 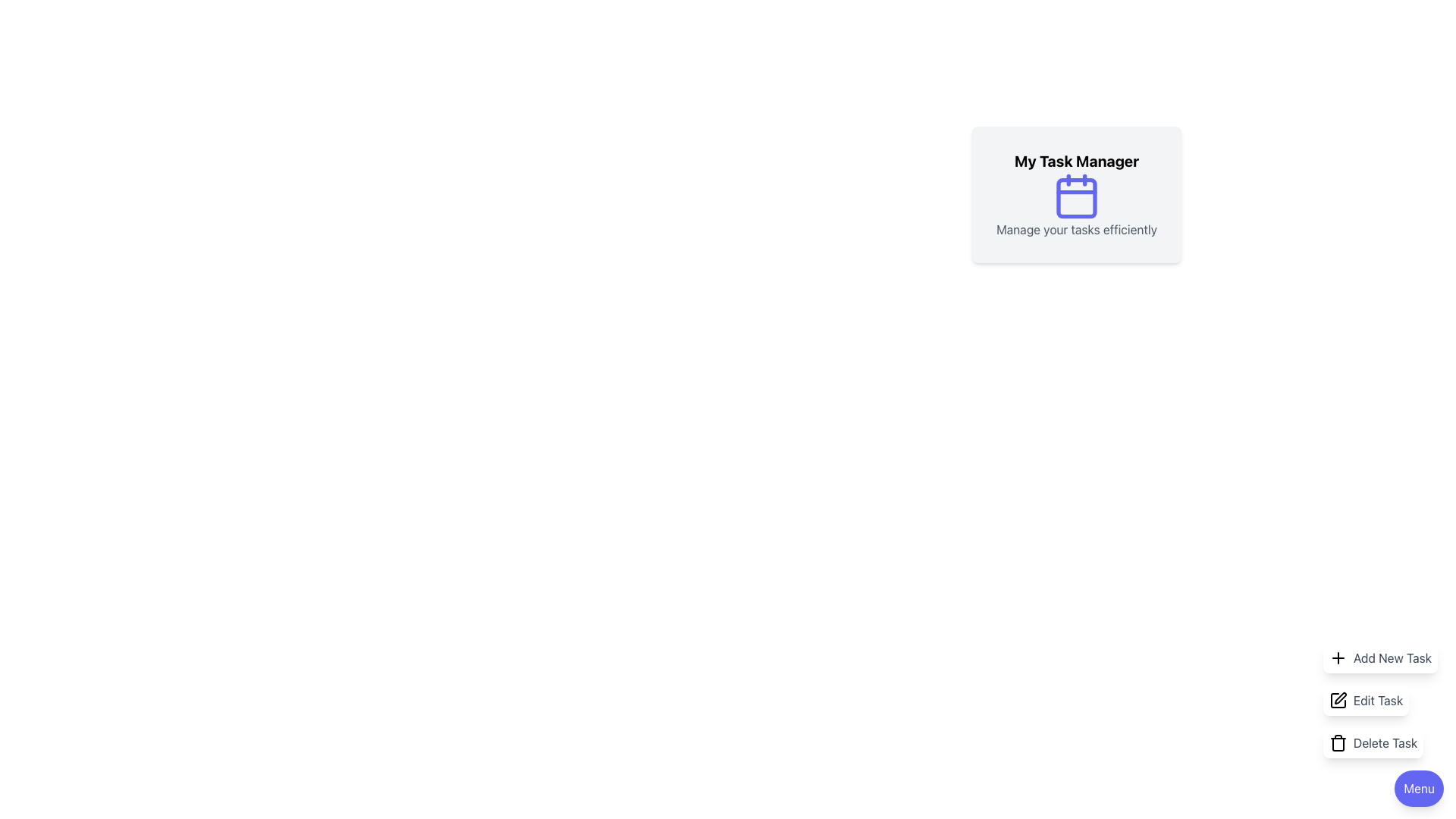 What do you see at coordinates (1380, 701) in the screenshot?
I see `the edit task button located at the bottom-right area of the viewport` at bounding box center [1380, 701].